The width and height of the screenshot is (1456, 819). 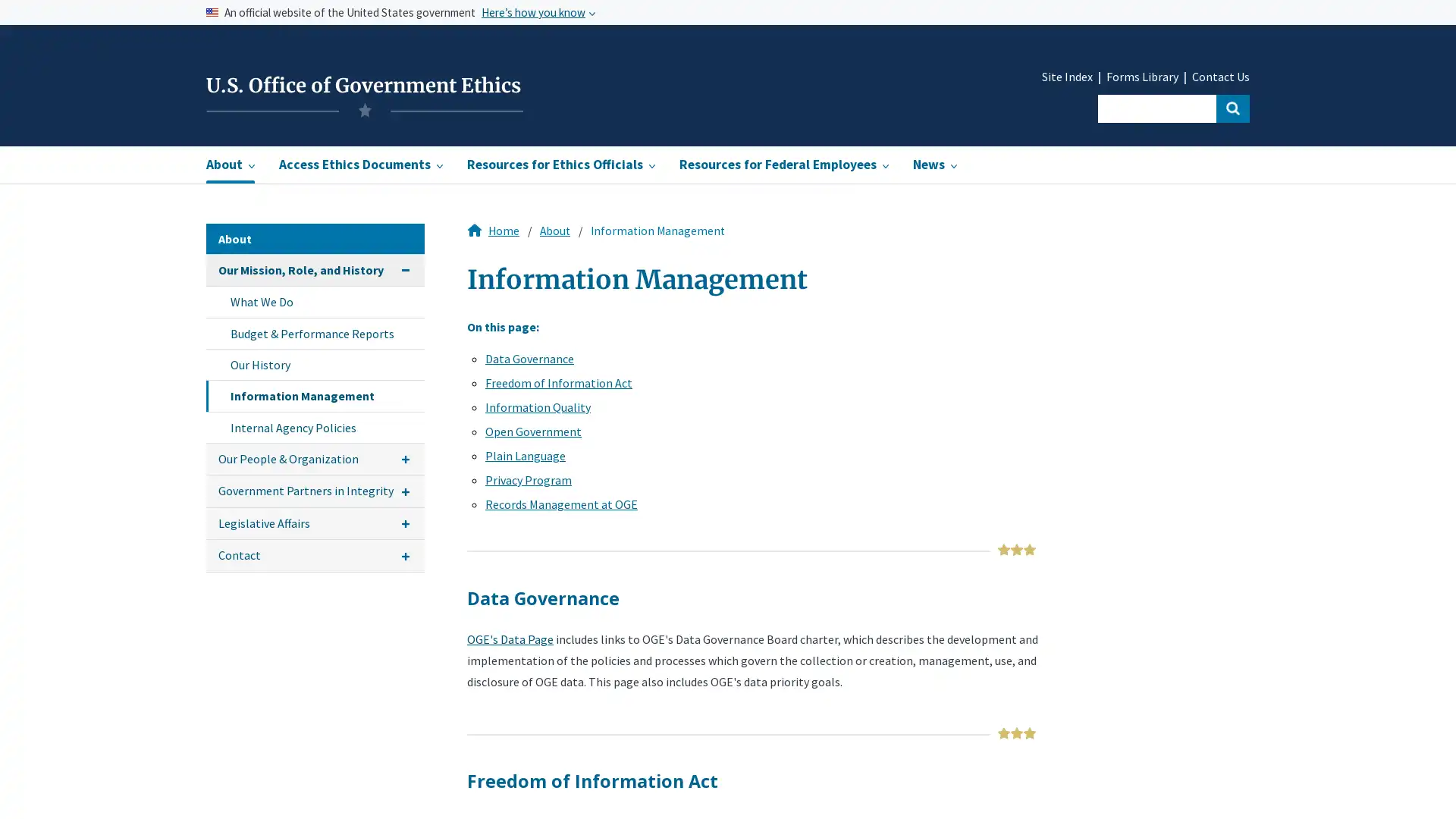 I want to click on Government Partners in Integrity, so click(x=315, y=491).